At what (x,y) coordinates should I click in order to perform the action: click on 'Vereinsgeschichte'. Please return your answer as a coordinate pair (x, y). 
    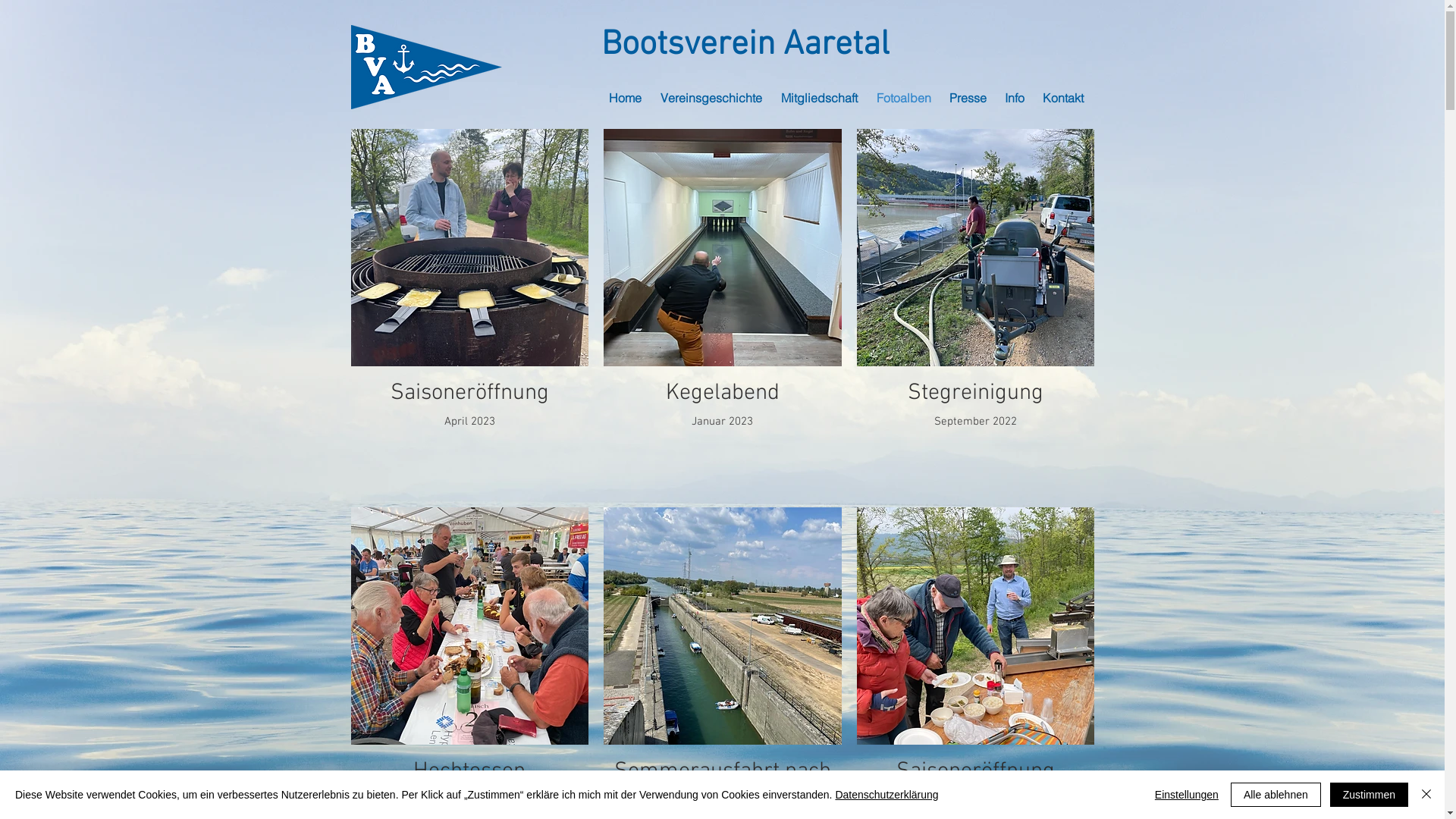
    Looking at the image, I should click on (711, 97).